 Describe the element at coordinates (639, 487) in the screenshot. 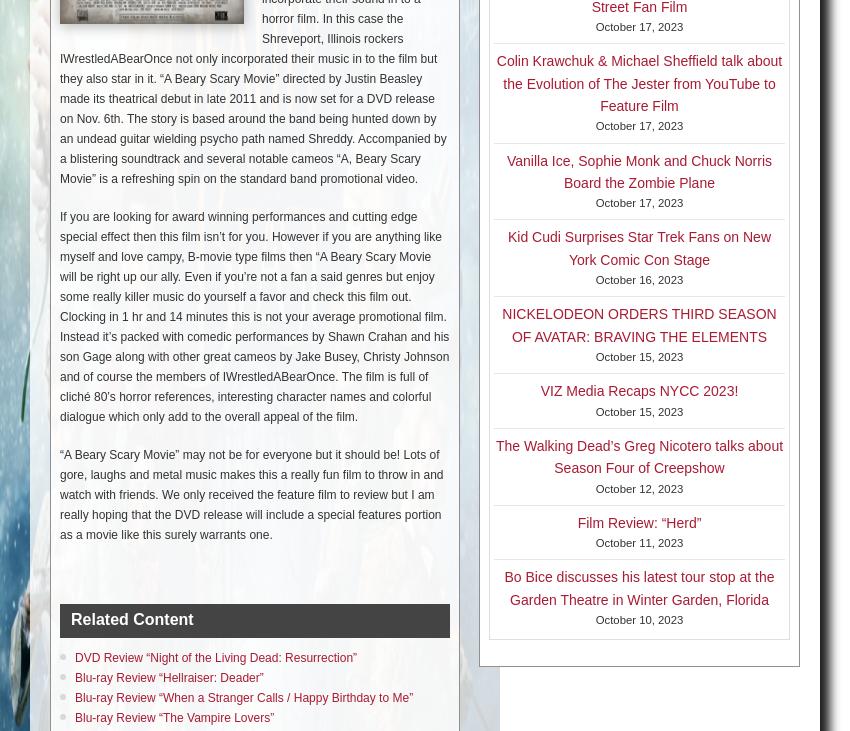

I see `'October 12, 2023'` at that location.